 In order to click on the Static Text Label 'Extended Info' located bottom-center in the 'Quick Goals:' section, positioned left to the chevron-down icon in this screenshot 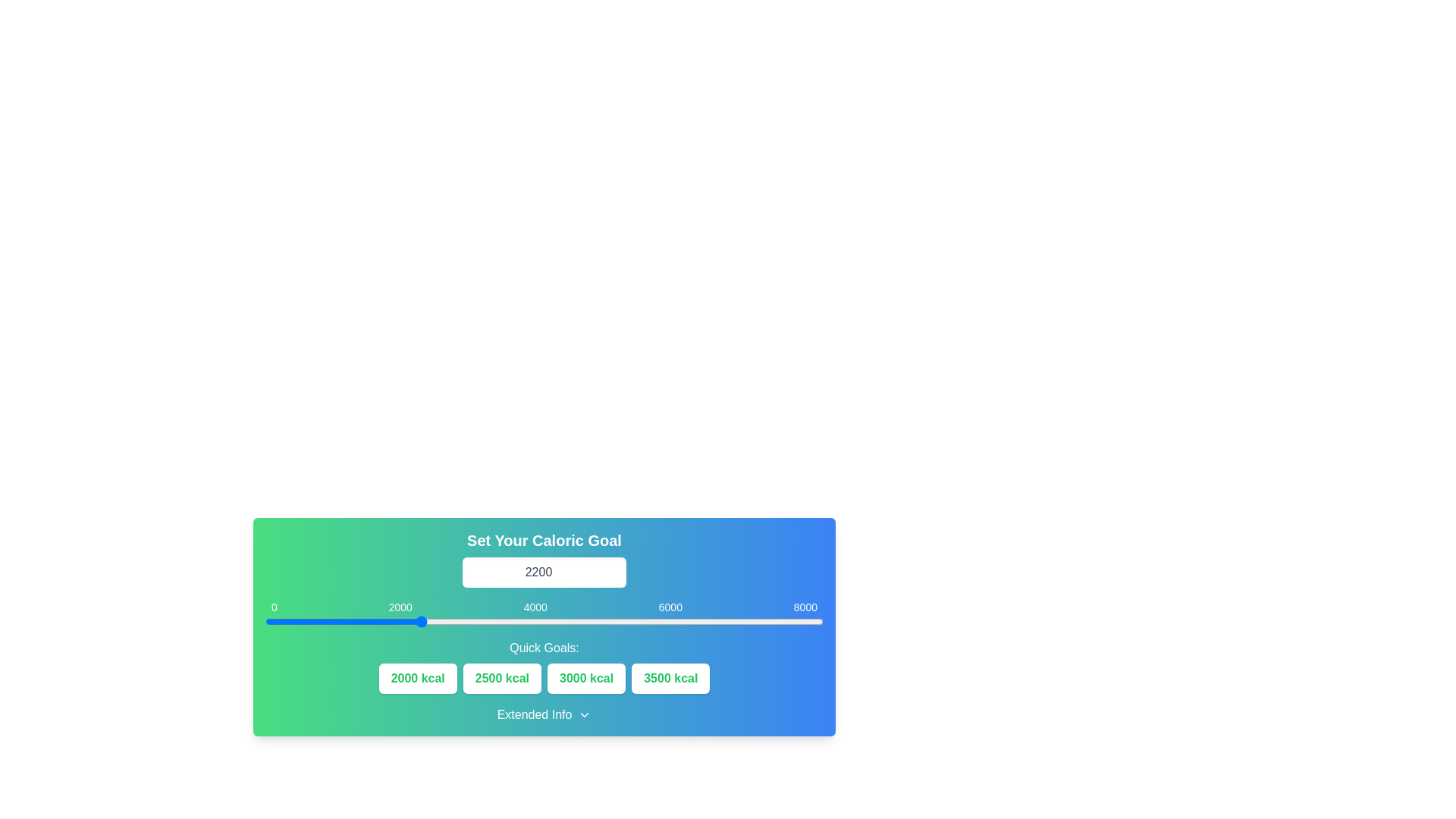, I will do `click(535, 714)`.